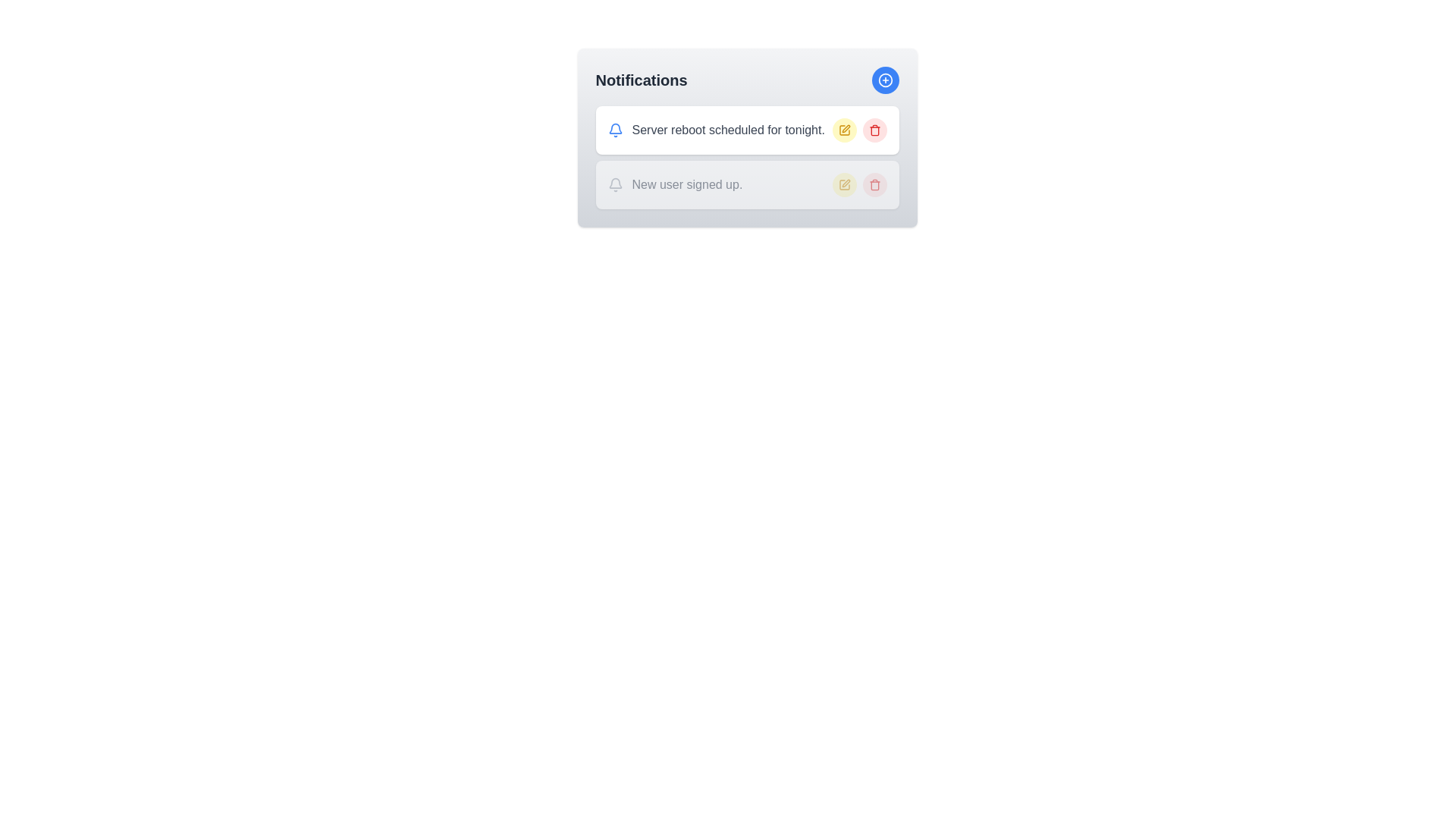 Image resolution: width=1456 pixels, height=819 pixels. What do you see at coordinates (615, 127) in the screenshot?
I see `the bell-shaped notification icon located in the top-right corner of the page, which is part of the notification card's SVG representation` at bounding box center [615, 127].